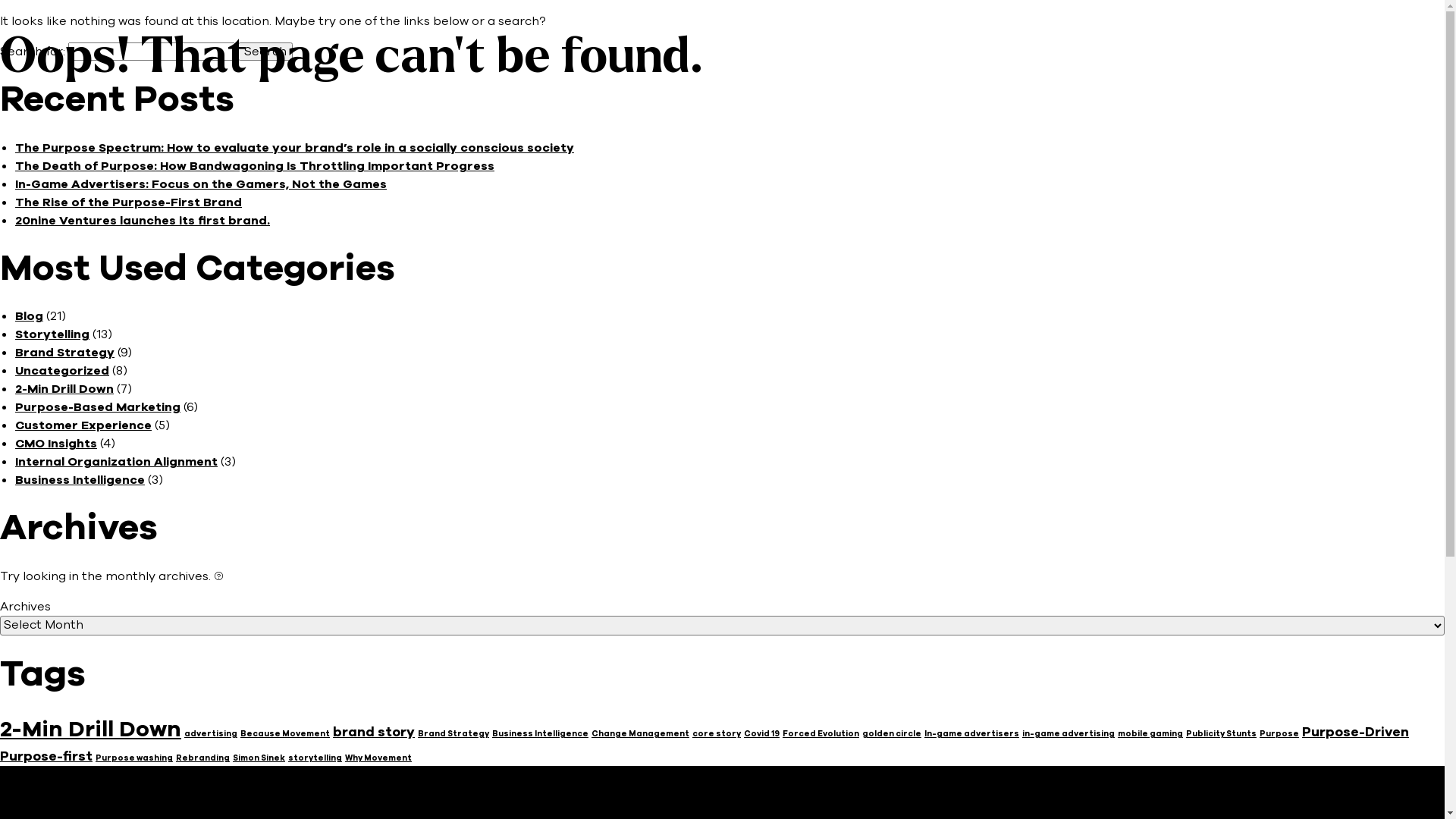 This screenshot has width=1456, height=819. I want to click on 'Brand Strategy', so click(64, 353).